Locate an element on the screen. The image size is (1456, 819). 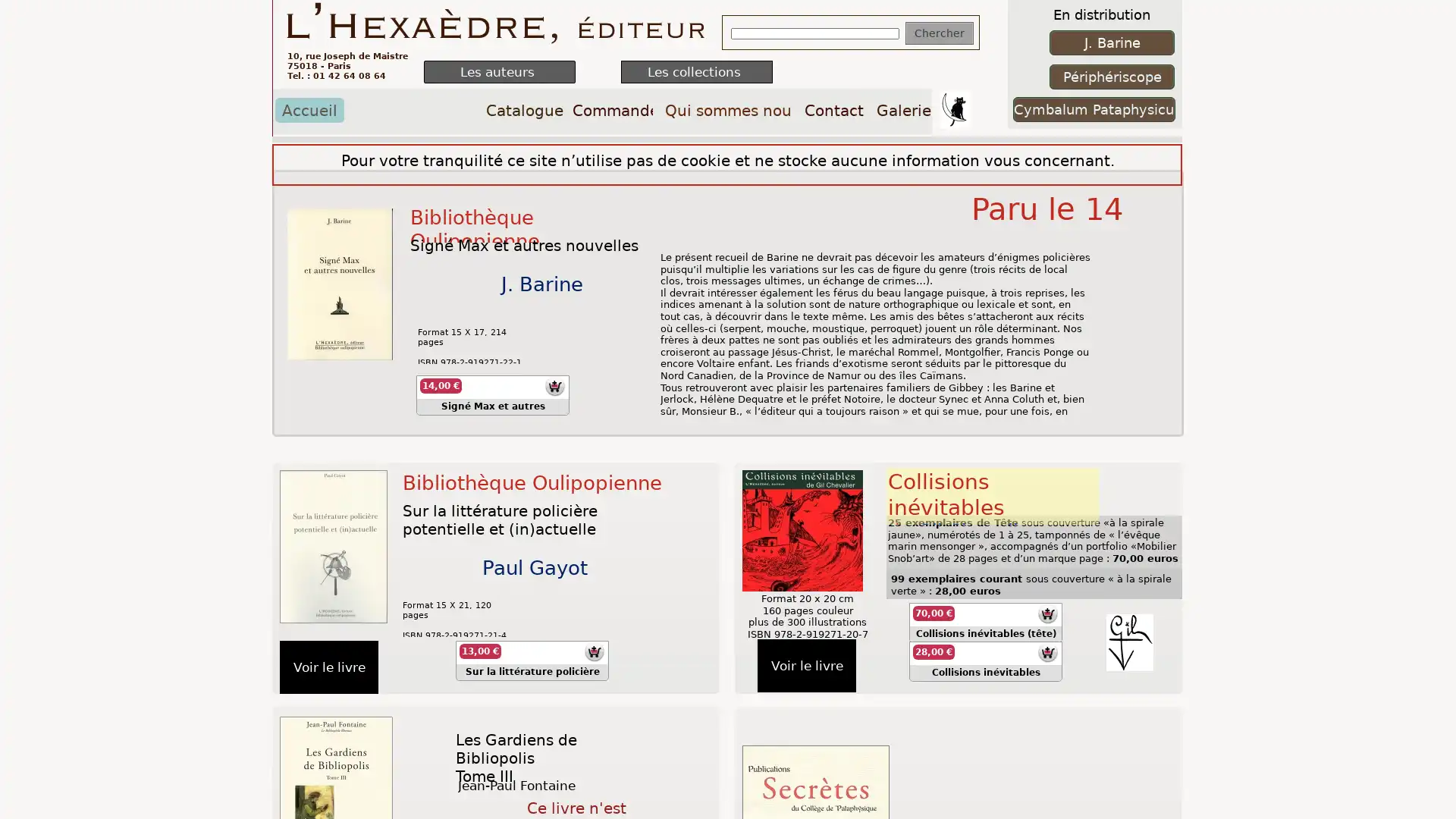
Qui sommes nous is located at coordinates (726, 109).